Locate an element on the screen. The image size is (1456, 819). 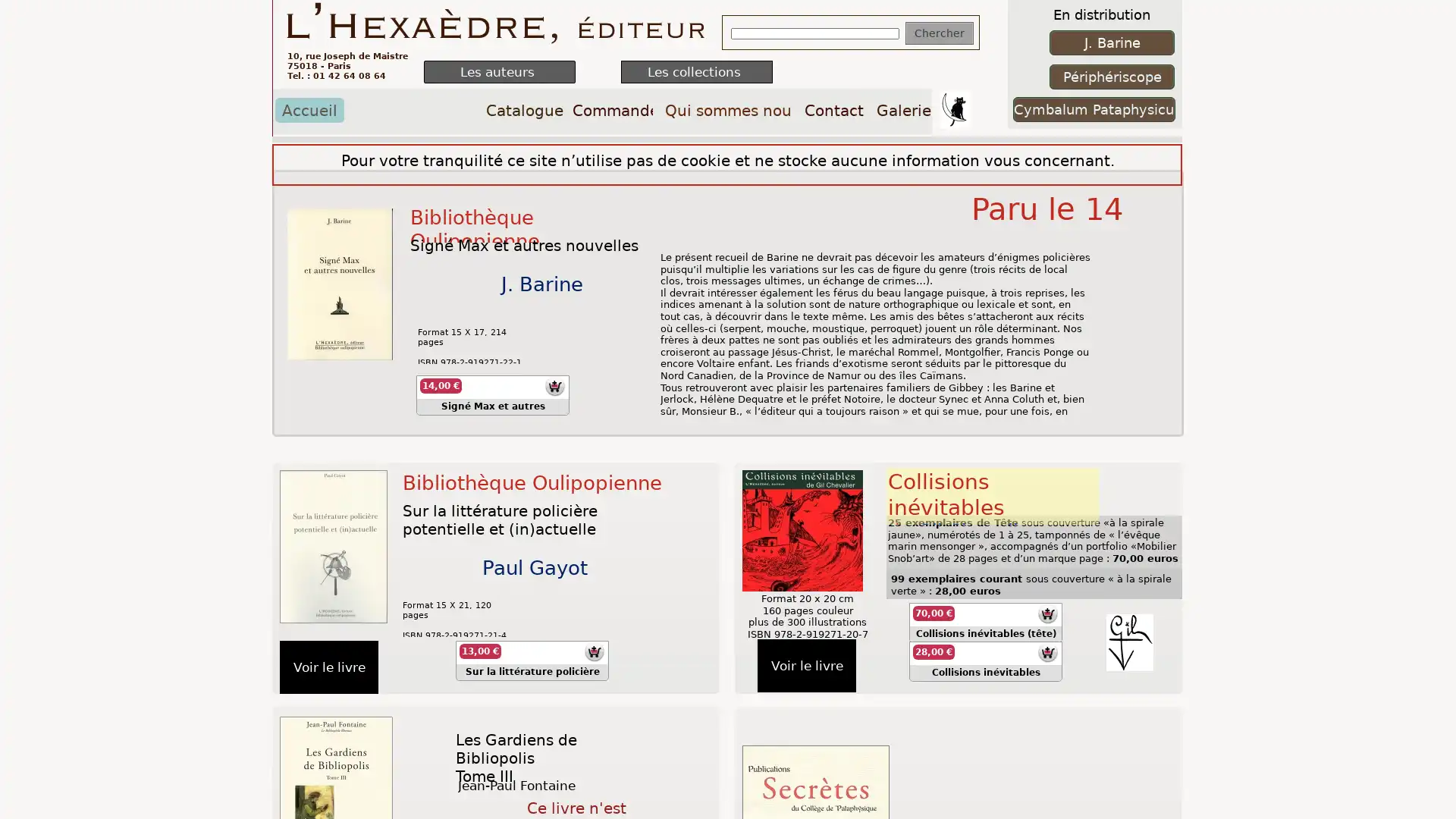
Qui sommes nous is located at coordinates (726, 109).